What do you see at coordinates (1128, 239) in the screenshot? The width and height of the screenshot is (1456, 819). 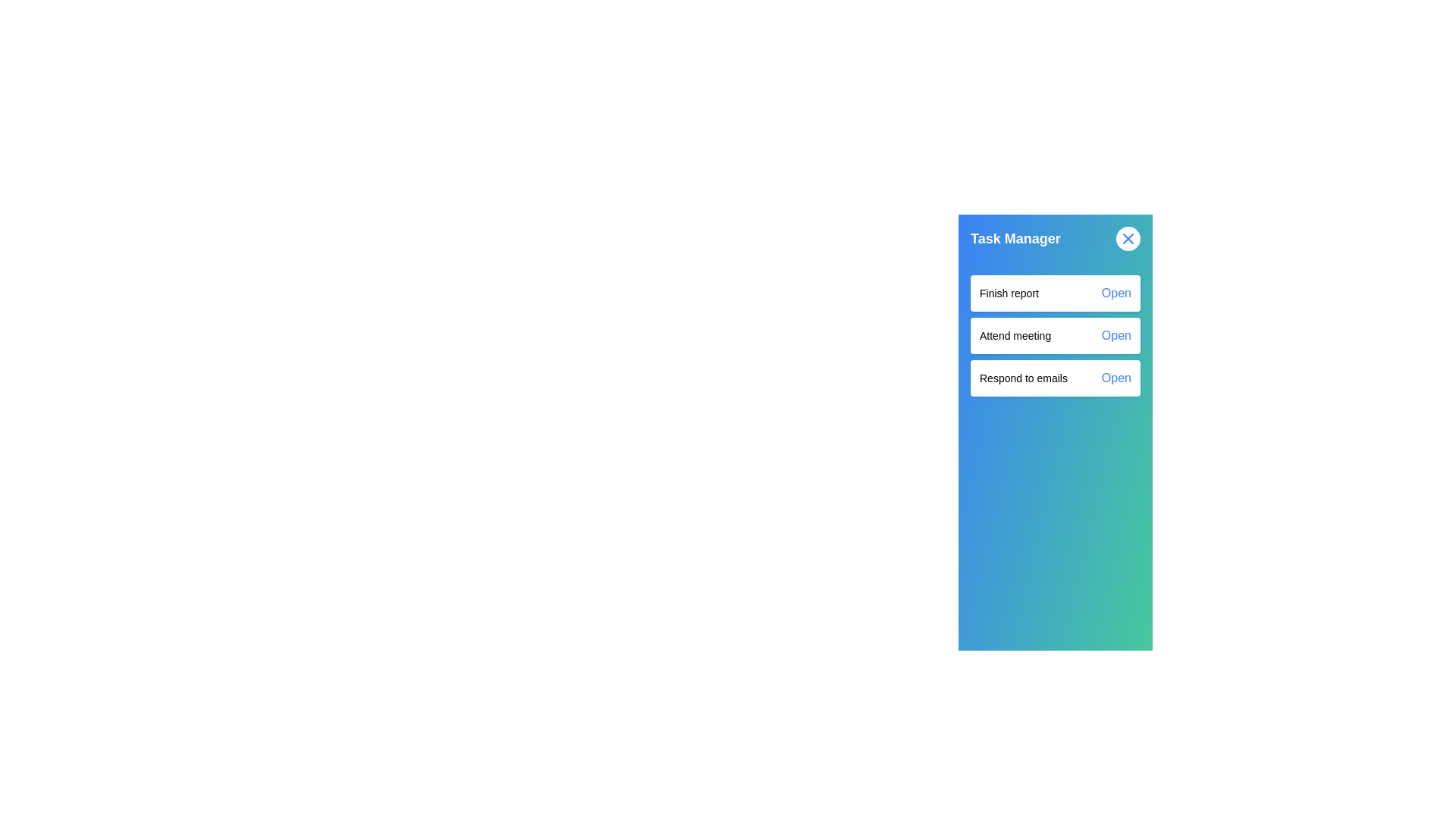 I see `the 'X' icon in the top-right corner of the application interface` at bounding box center [1128, 239].